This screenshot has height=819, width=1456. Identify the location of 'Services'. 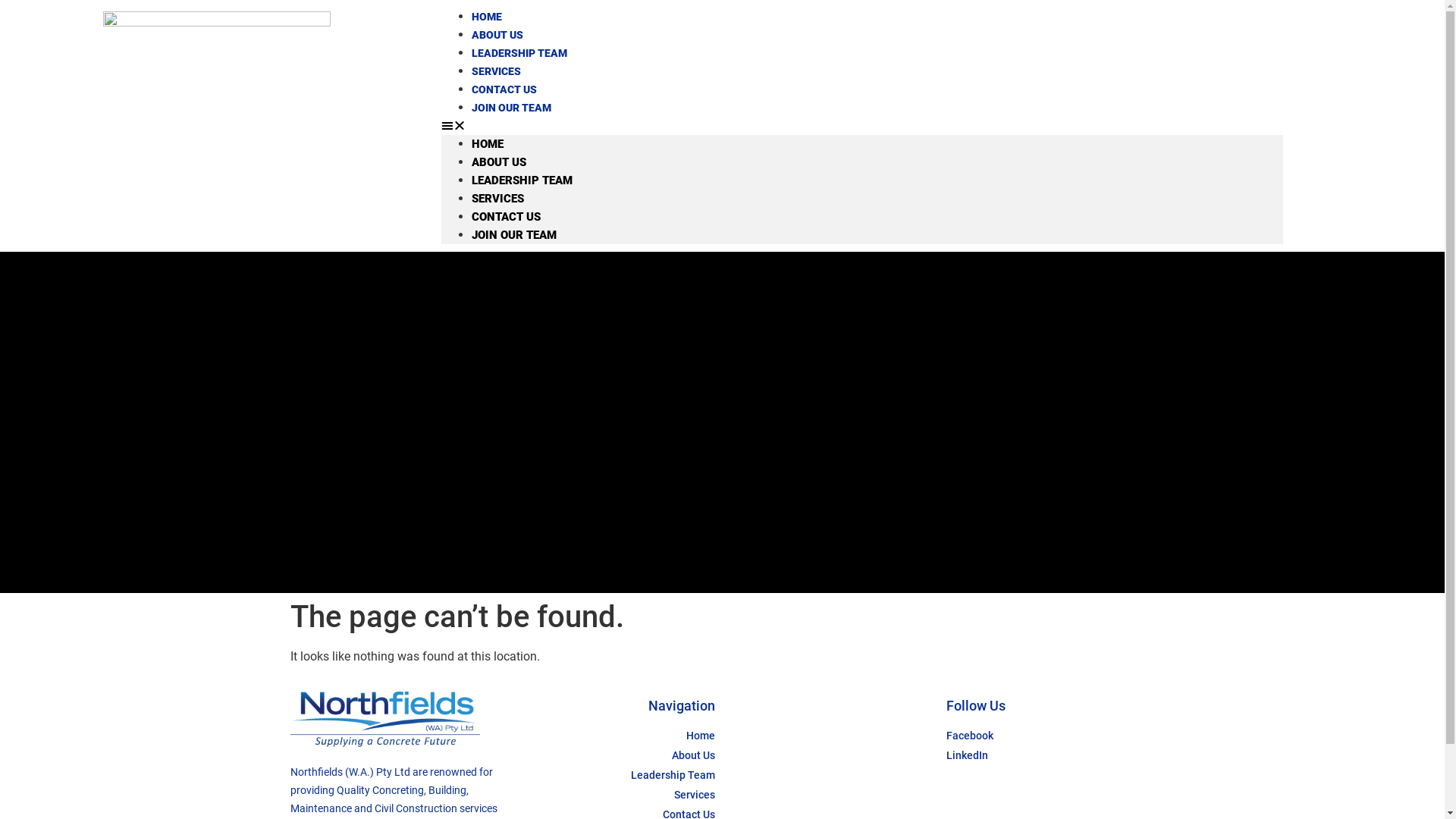
(614, 794).